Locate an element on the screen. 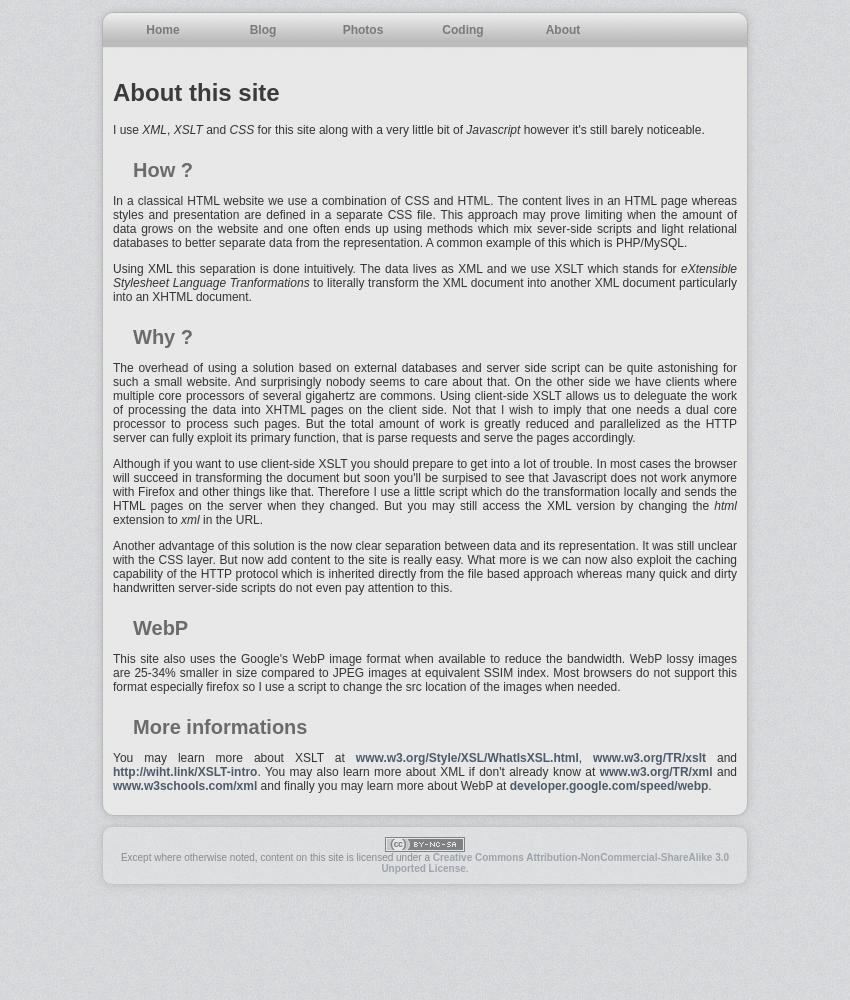  'The overhead of using a solution based on external databases and server side script can be quite astonishing for such a small website. And surprisingly nobody seems to care about that. On the other side we have clients where multiple core processors of several gigahertz are commons. Using client-side XSLT allows us to deleguate the work of processing the data into XHTML pages on the client side. Not that I wish to imply that one needs a dual core processor to process such pages. But the total amount of work is greatly reduced and parallelized as the HTTP server can fully exploit its primary function, that is parse requests and serve the pages accordingly.' is located at coordinates (111, 403).